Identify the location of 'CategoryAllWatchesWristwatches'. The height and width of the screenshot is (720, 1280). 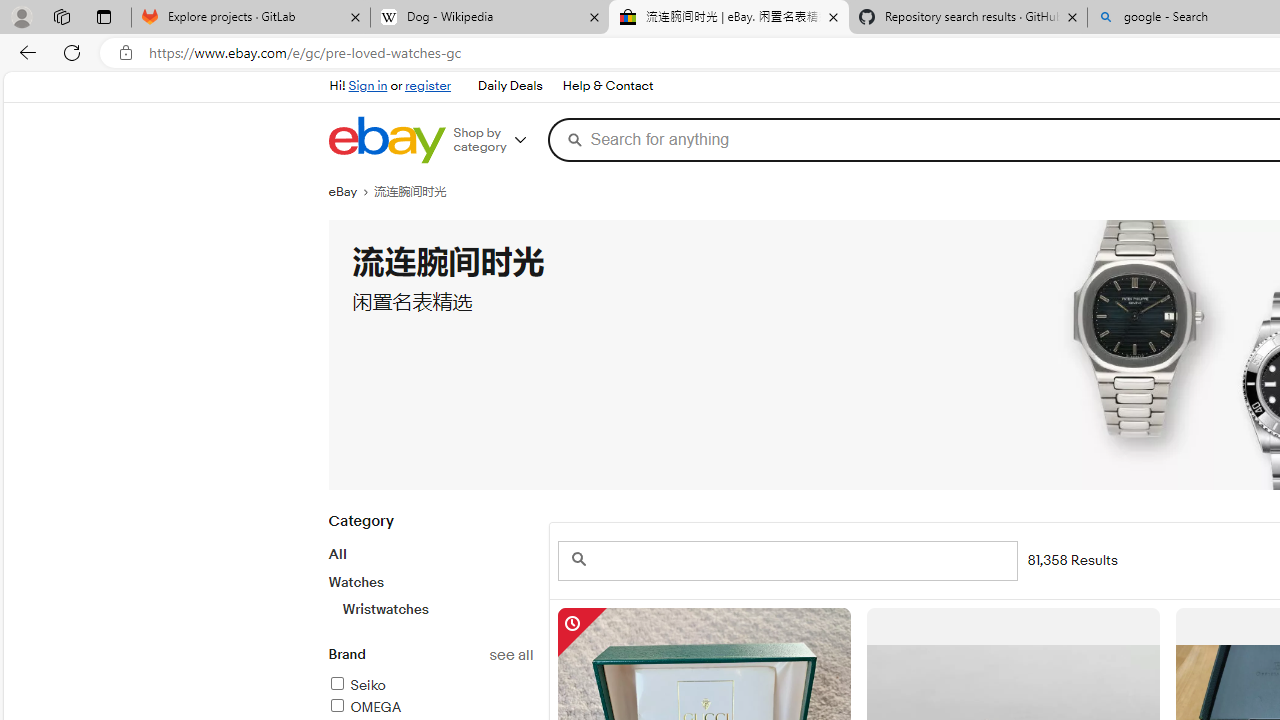
(429, 576).